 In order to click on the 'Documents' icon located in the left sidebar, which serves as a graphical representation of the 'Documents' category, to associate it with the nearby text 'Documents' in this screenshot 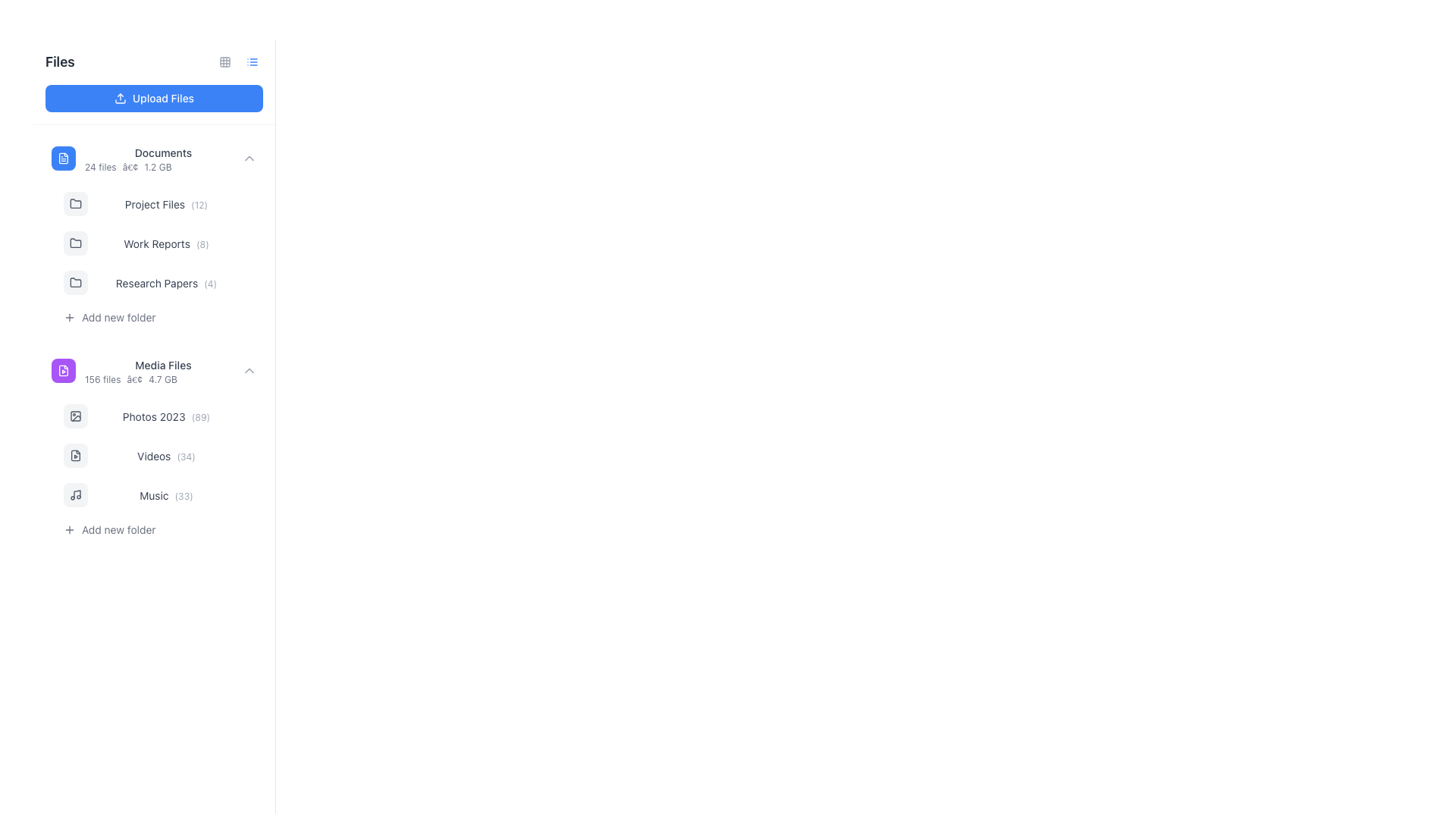, I will do `click(62, 158)`.